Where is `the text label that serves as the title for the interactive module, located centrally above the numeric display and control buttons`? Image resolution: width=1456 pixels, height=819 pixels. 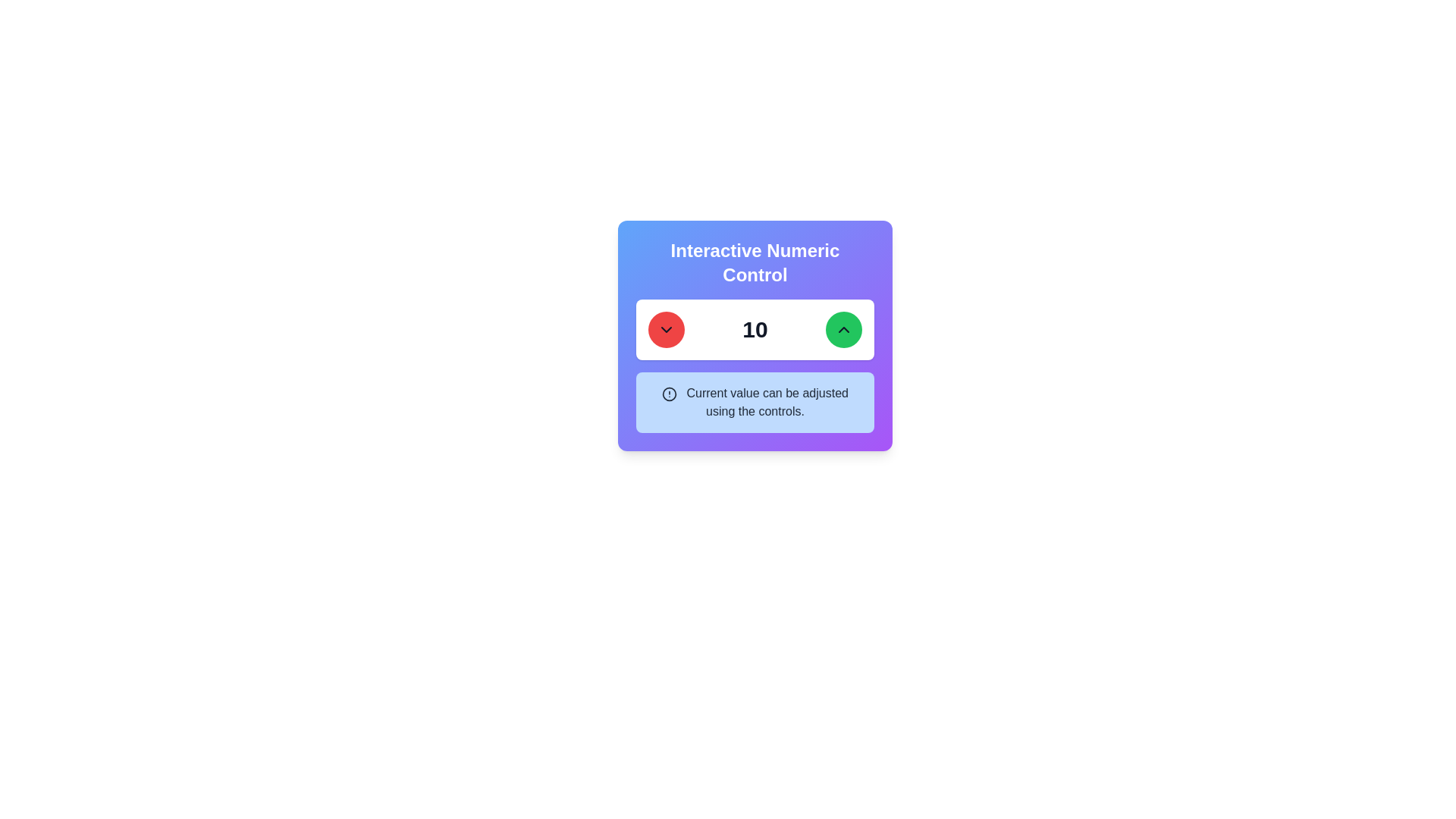 the text label that serves as the title for the interactive module, located centrally above the numeric display and control buttons is located at coordinates (755, 262).